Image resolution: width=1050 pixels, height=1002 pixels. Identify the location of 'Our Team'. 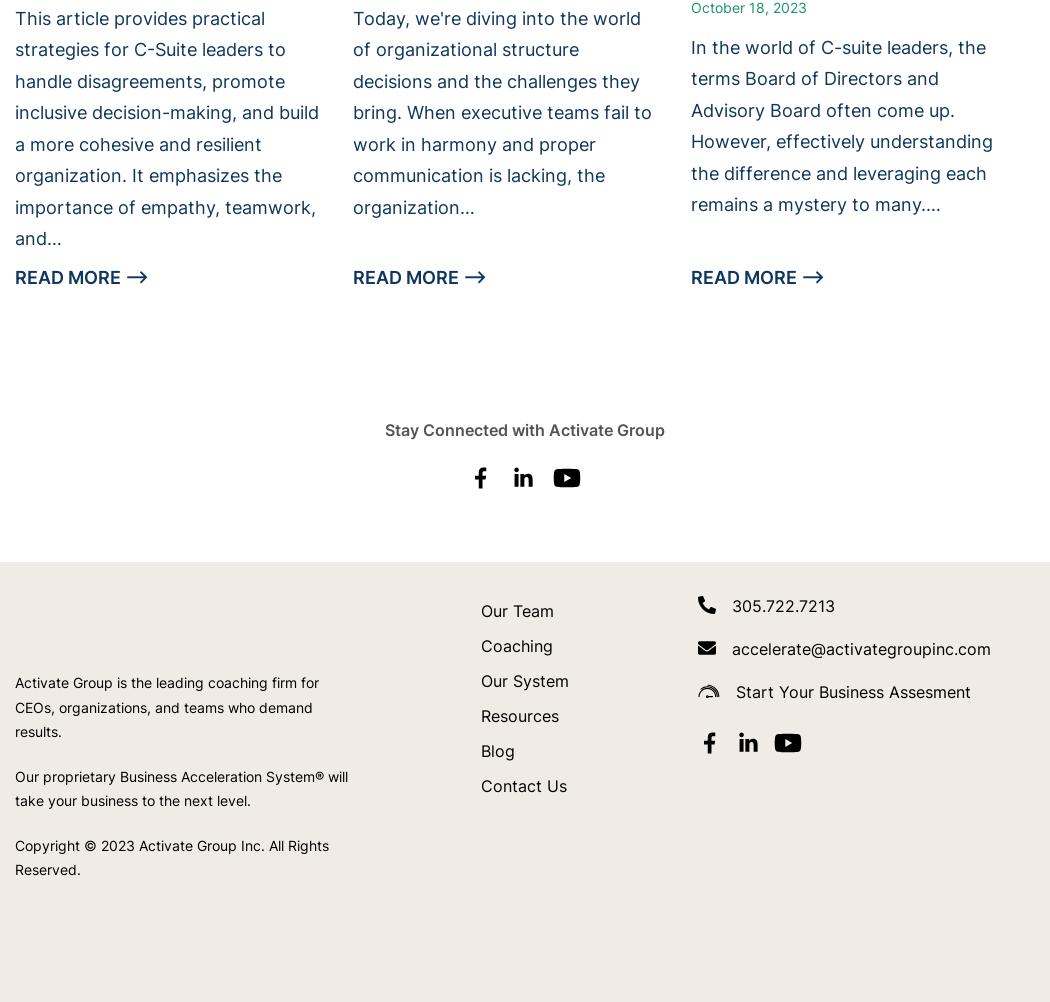
(481, 609).